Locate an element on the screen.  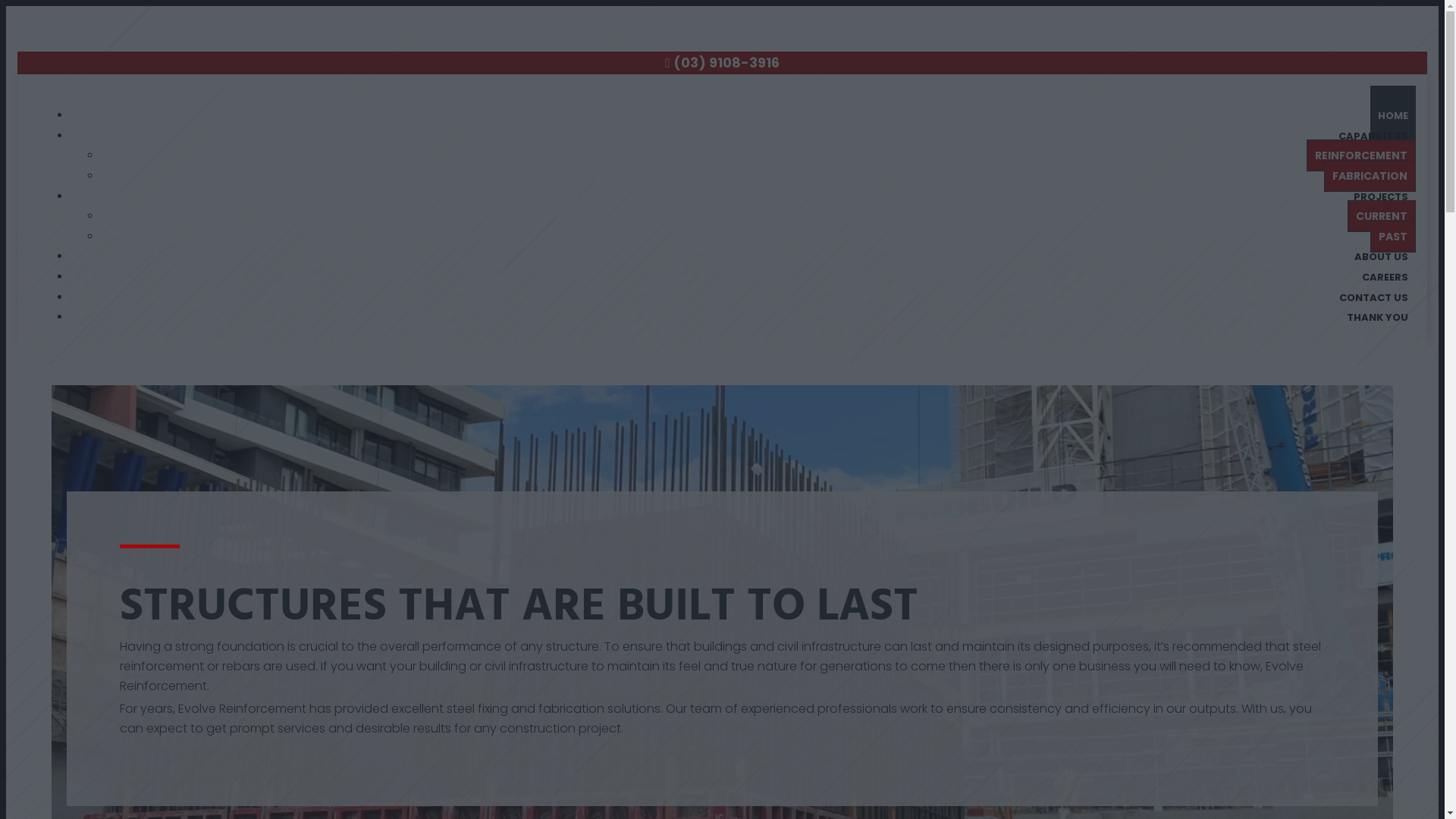
'CONTACT US' is located at coordinates (1331, 297).